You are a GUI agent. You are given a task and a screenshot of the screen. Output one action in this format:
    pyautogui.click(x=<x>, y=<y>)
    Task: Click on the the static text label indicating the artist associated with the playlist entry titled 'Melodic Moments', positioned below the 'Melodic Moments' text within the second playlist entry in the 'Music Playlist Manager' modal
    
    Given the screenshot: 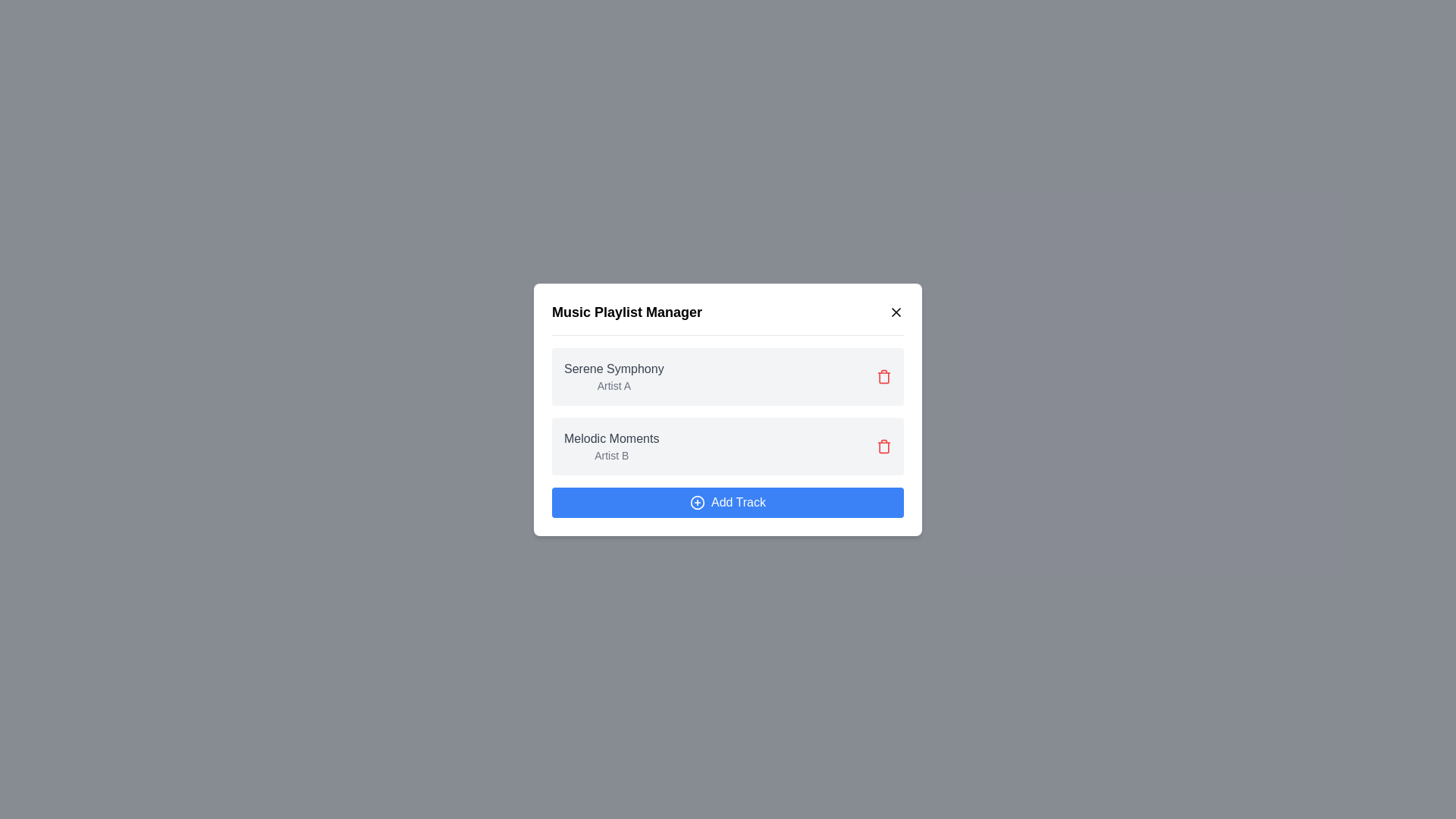 What is the action you would take?
    pyautogui.click(x=611, y=454)
    